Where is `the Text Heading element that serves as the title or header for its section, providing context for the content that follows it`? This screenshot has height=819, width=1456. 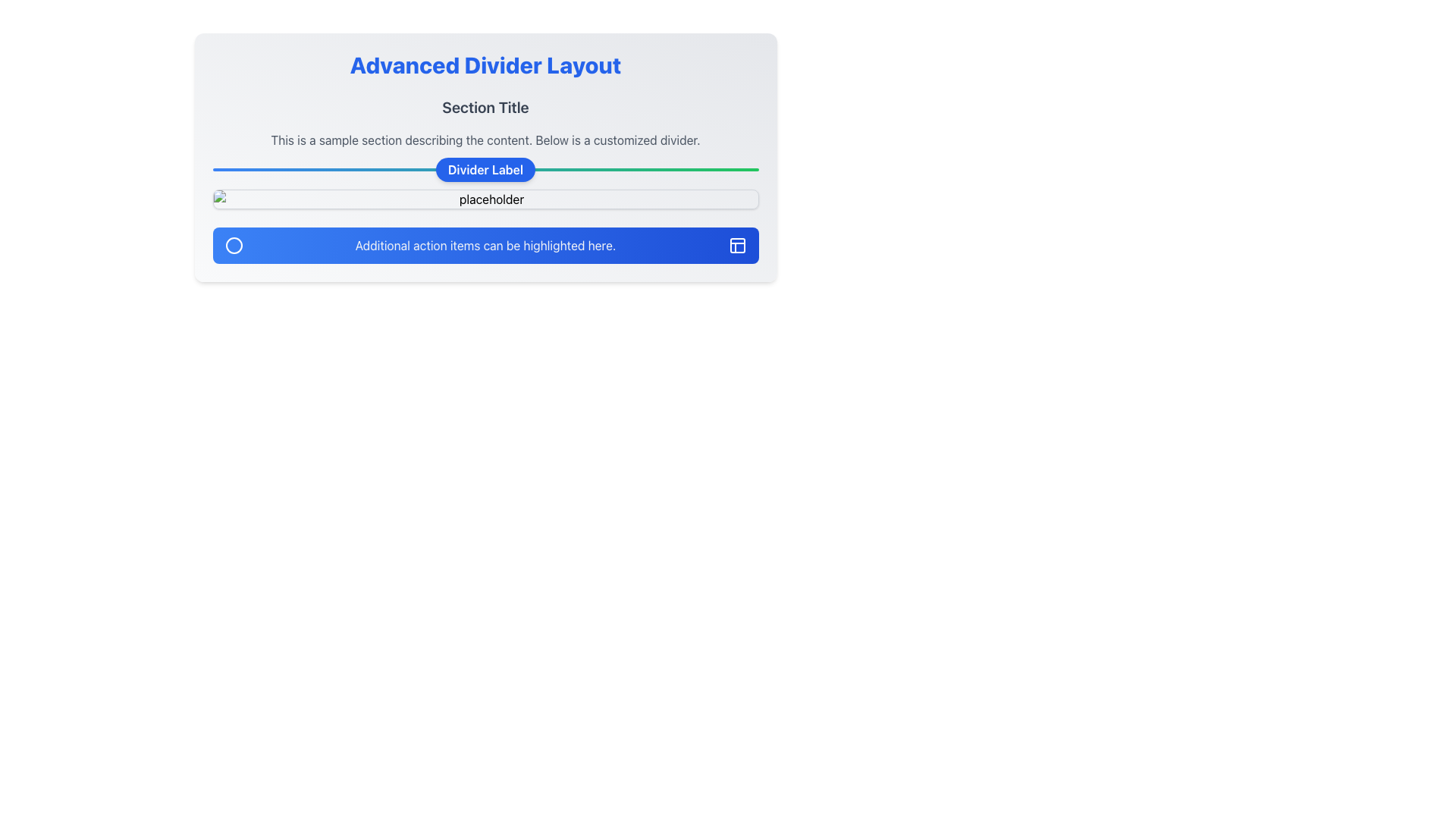
the Text Heading element that serves as the title or header for its section, providing context for the content that follows it is located at coordinates (485, 107).